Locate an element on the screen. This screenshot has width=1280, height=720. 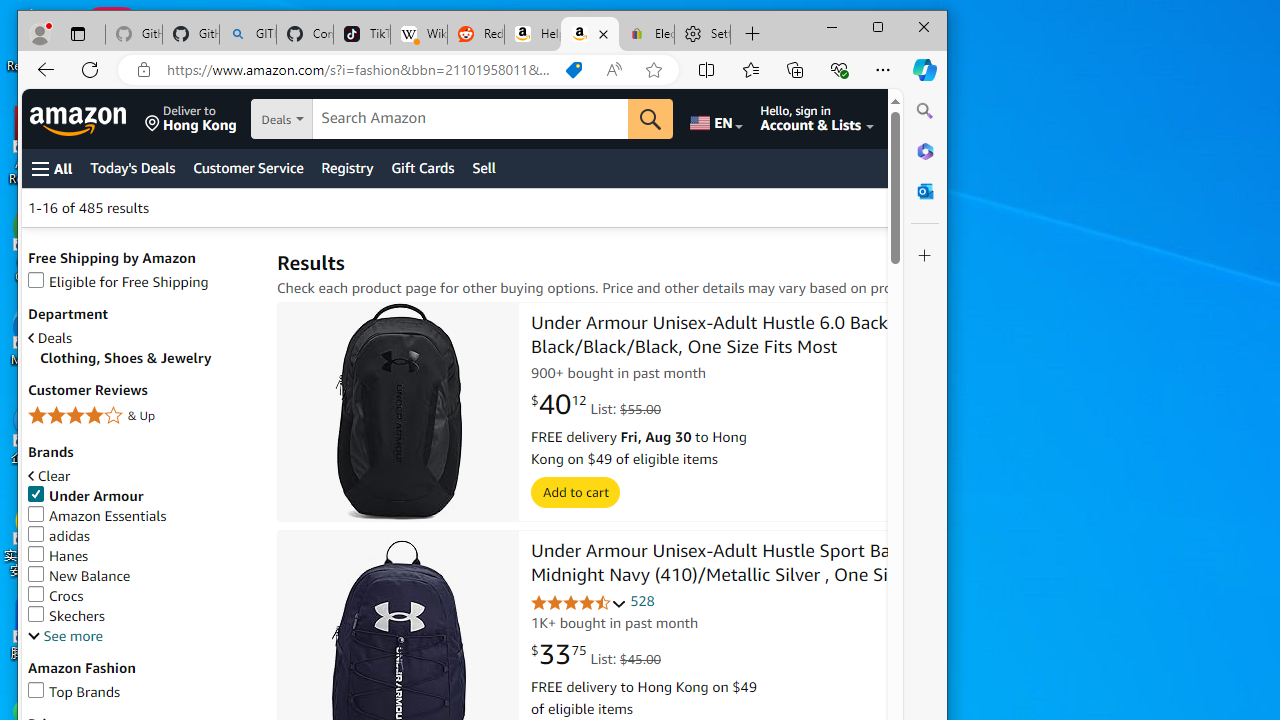
'Add to cart' is located at coordinates (575, 493).